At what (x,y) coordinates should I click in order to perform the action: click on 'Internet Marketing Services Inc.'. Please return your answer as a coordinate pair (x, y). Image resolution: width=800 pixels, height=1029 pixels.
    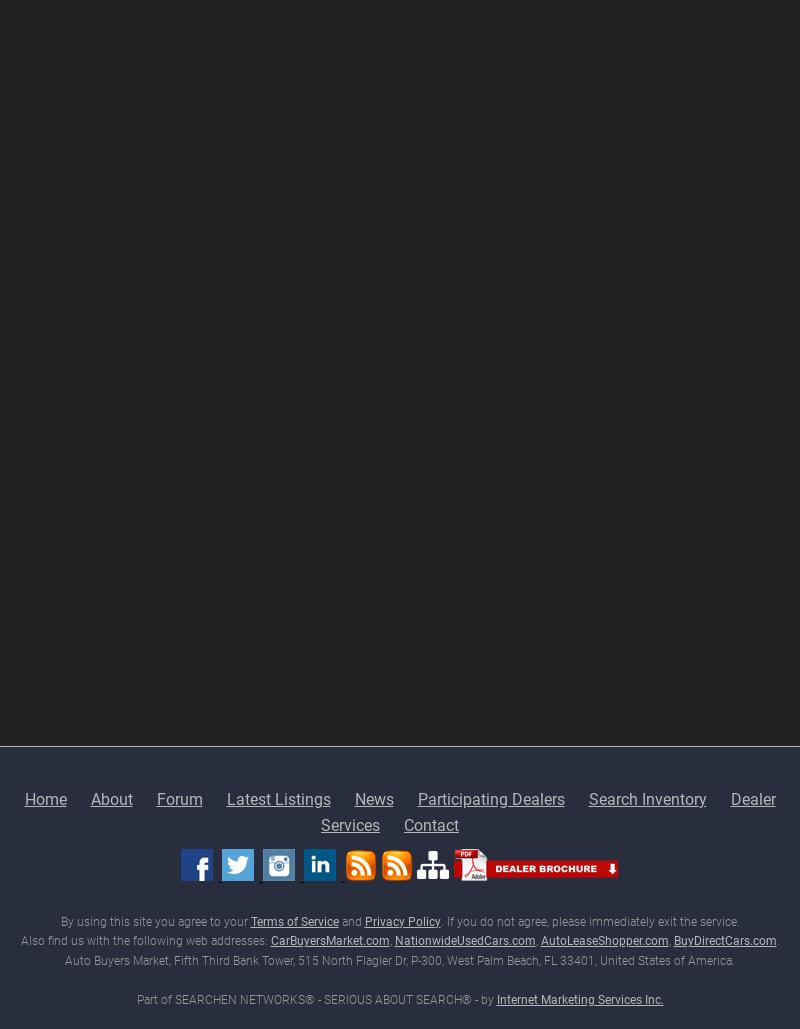
    Looking at the image, I should click on (578, 997).